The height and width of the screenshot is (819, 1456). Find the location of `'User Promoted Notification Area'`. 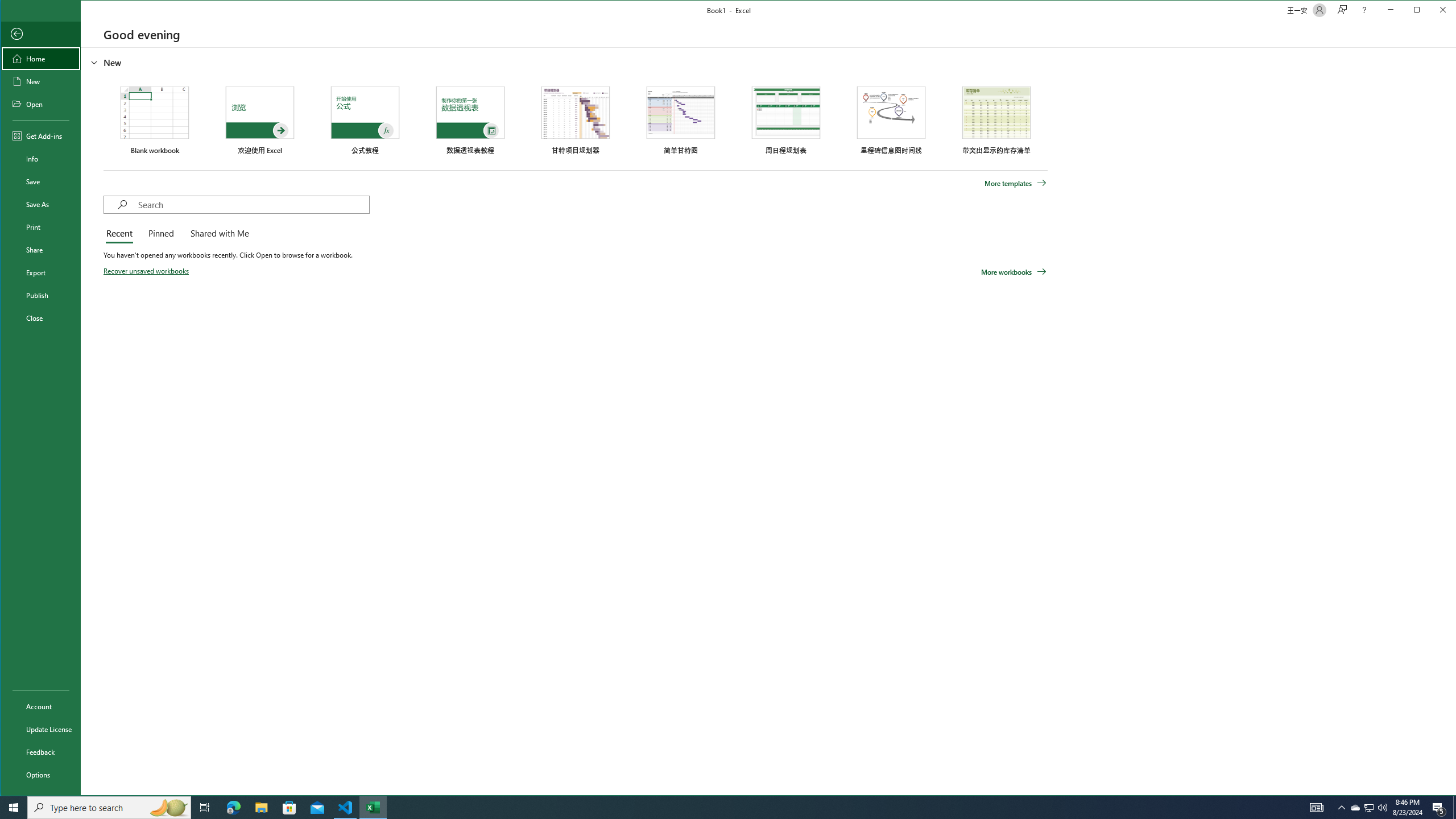

'User Promoted Notification Area' is located at coordinates (1368, 806).